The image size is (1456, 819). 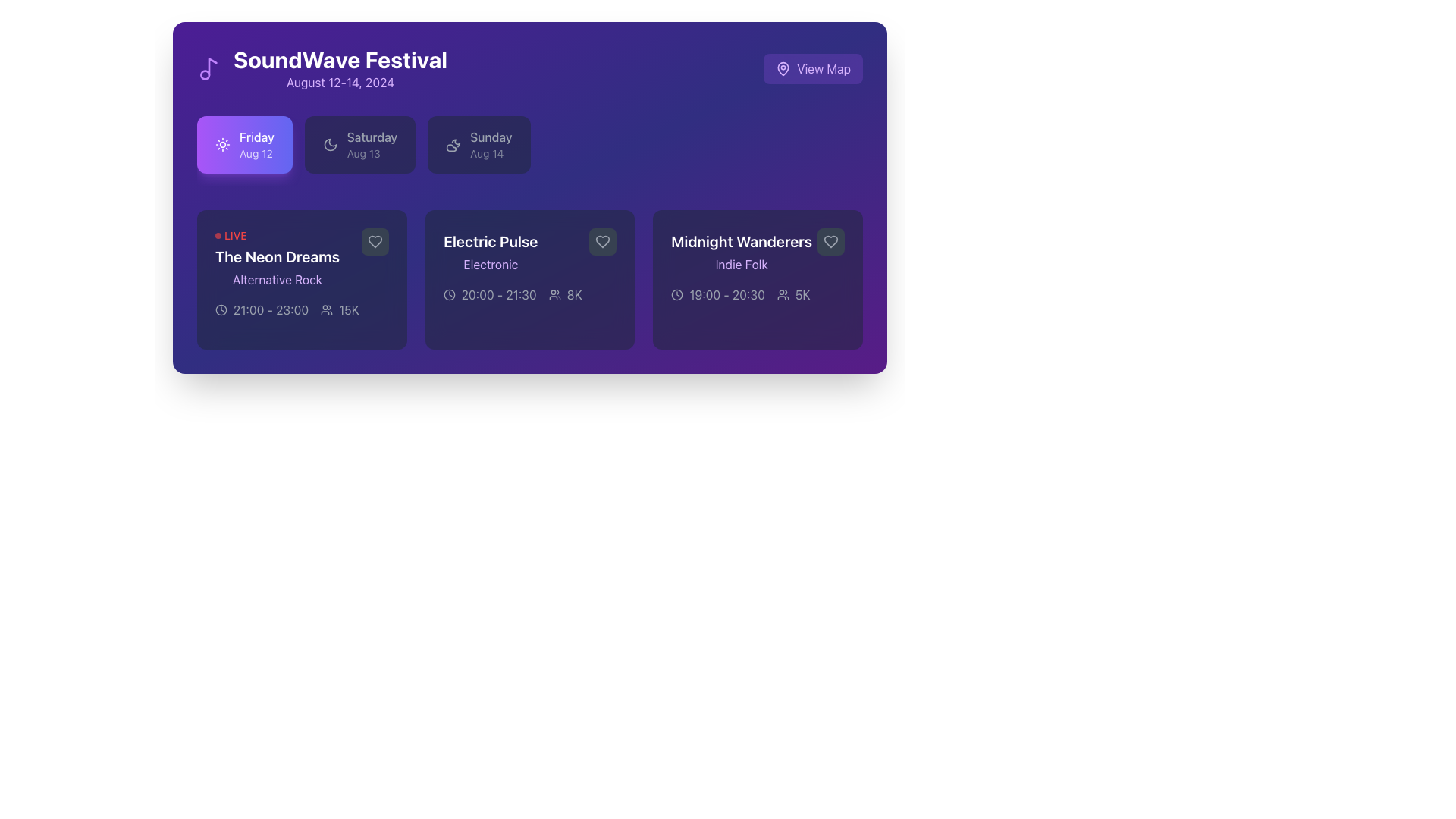 I want to click on the 'Sunday' button-like text element, which is the third option in a horizontal list of date selections below 'SoundWave Festival', so click(x=491, y=145).